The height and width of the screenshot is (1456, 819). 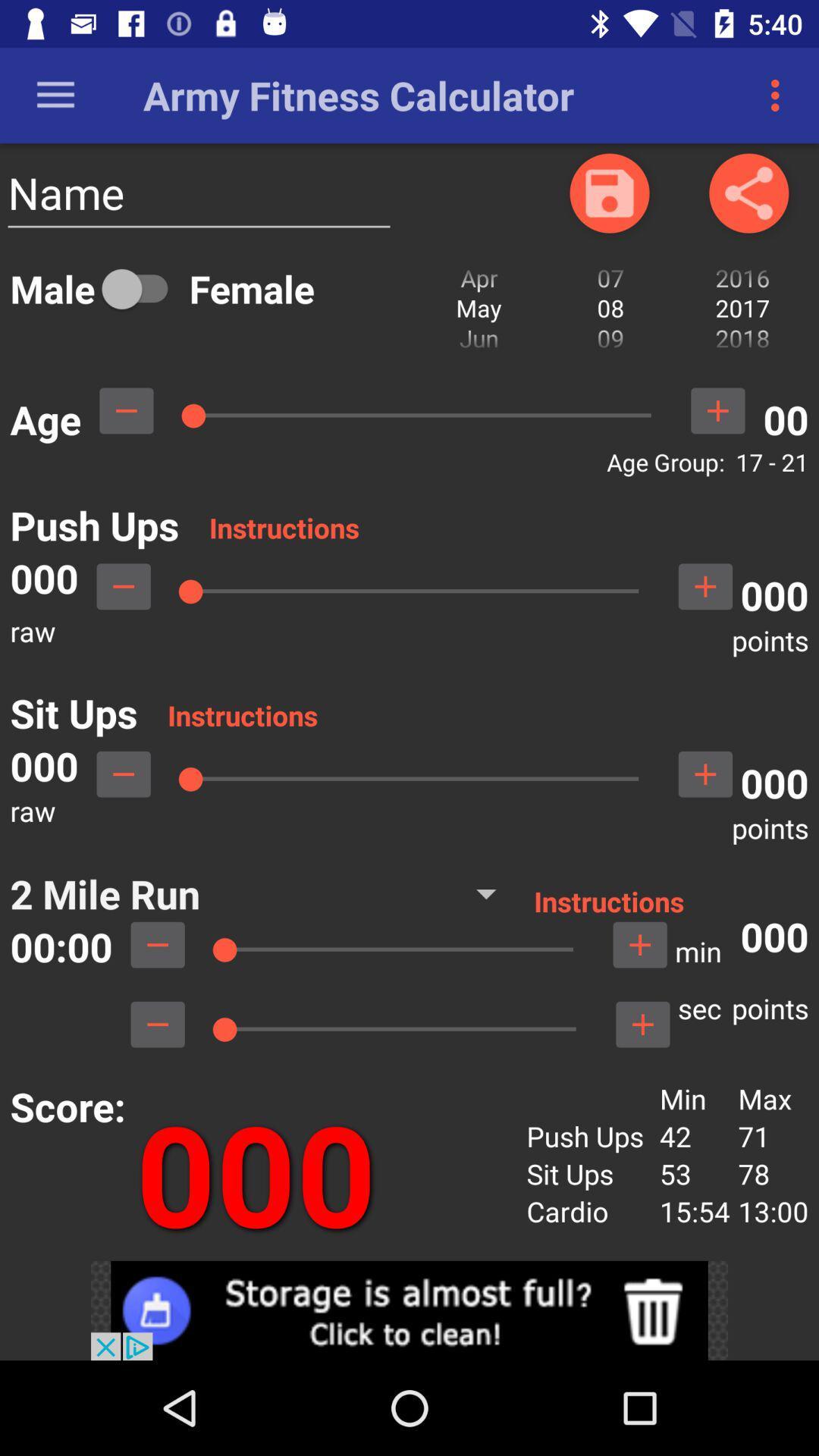 I want to click on click the plus points, so click(x=642, y=1025).